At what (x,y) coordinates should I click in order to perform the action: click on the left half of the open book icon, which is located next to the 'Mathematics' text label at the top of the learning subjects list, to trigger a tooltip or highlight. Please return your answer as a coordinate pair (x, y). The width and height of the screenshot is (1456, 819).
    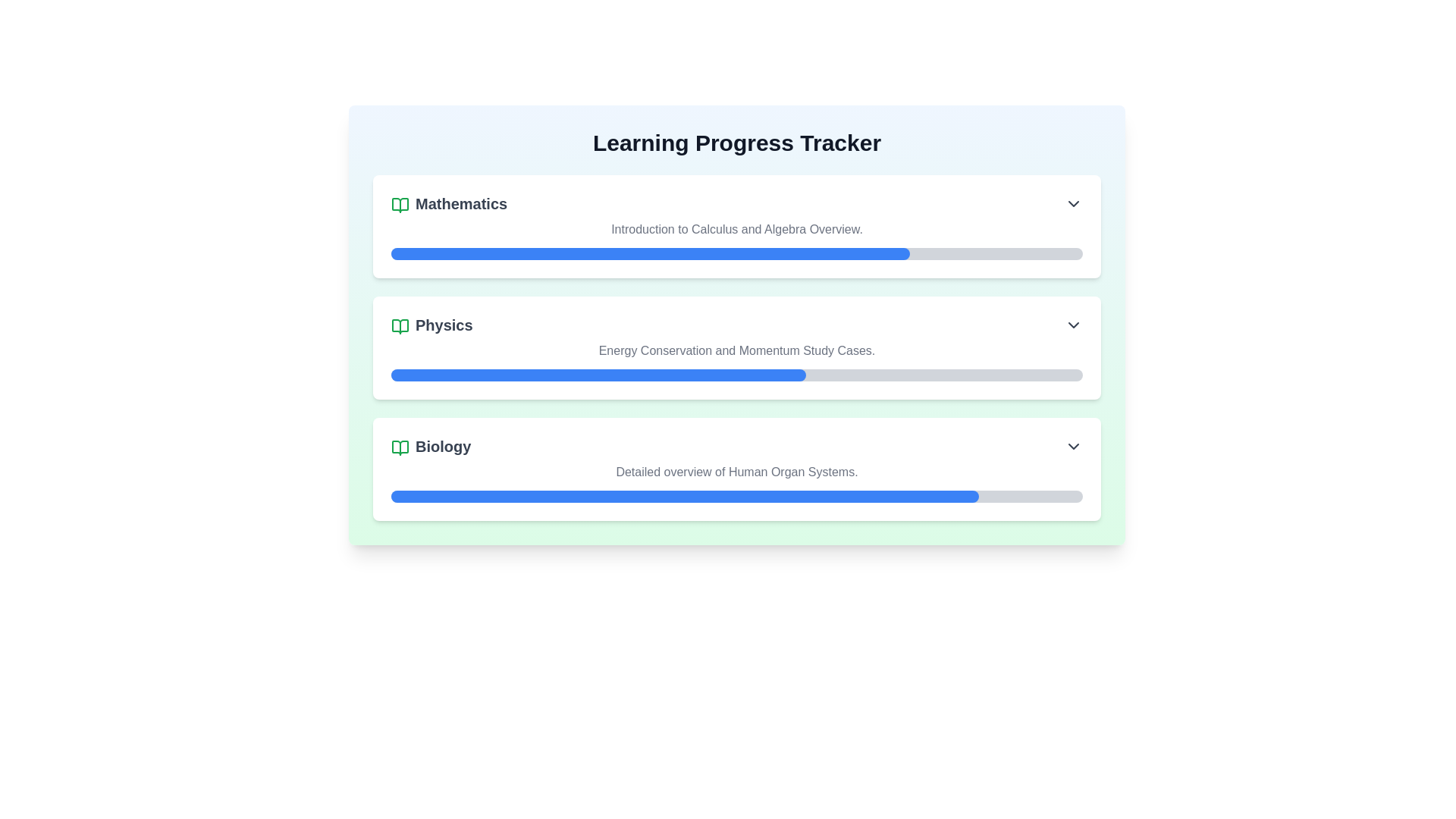
    Looking at the image, I should click on (400, 205).